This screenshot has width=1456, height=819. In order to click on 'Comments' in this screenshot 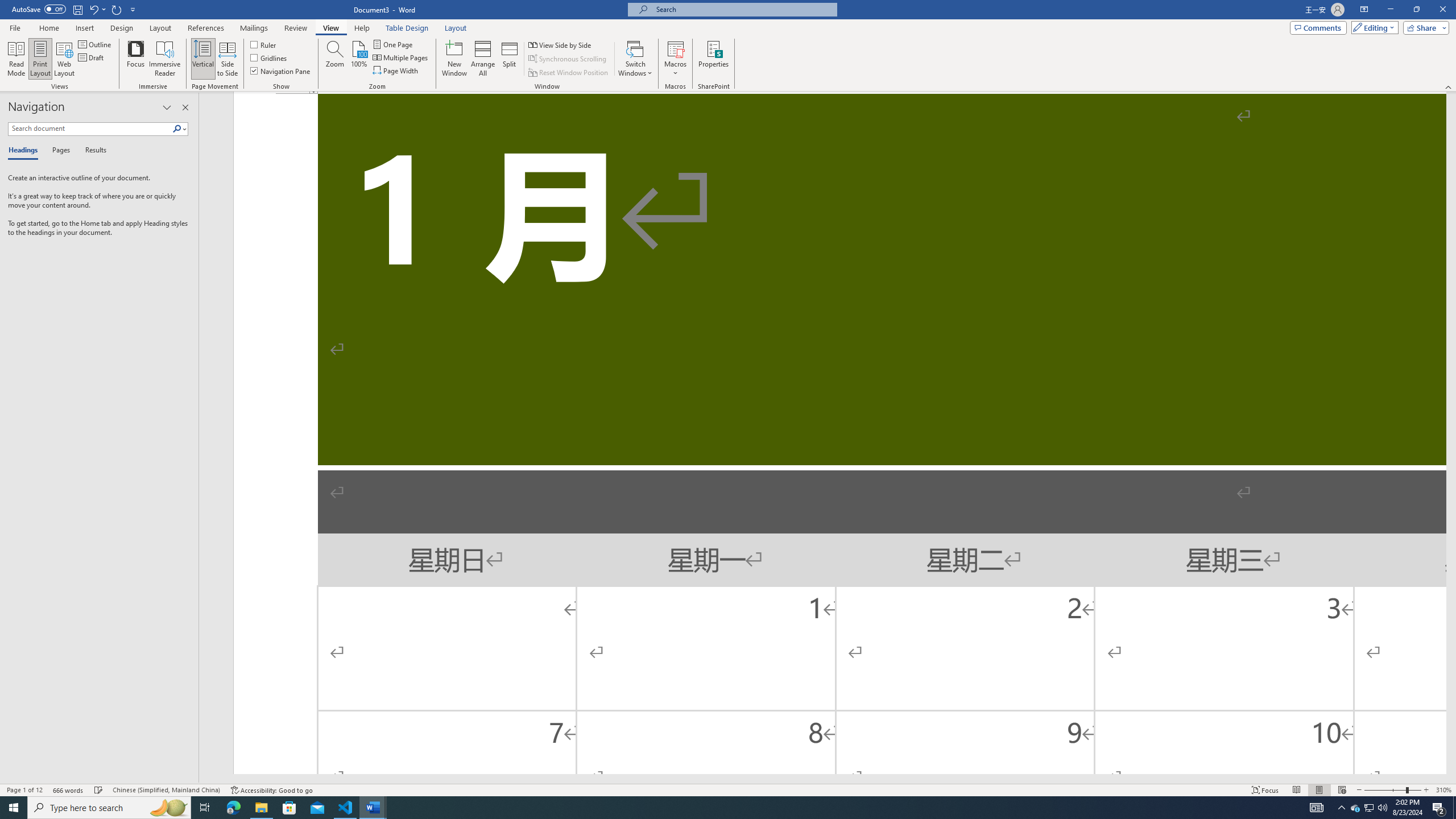, I will do `click(1318, 27)`.